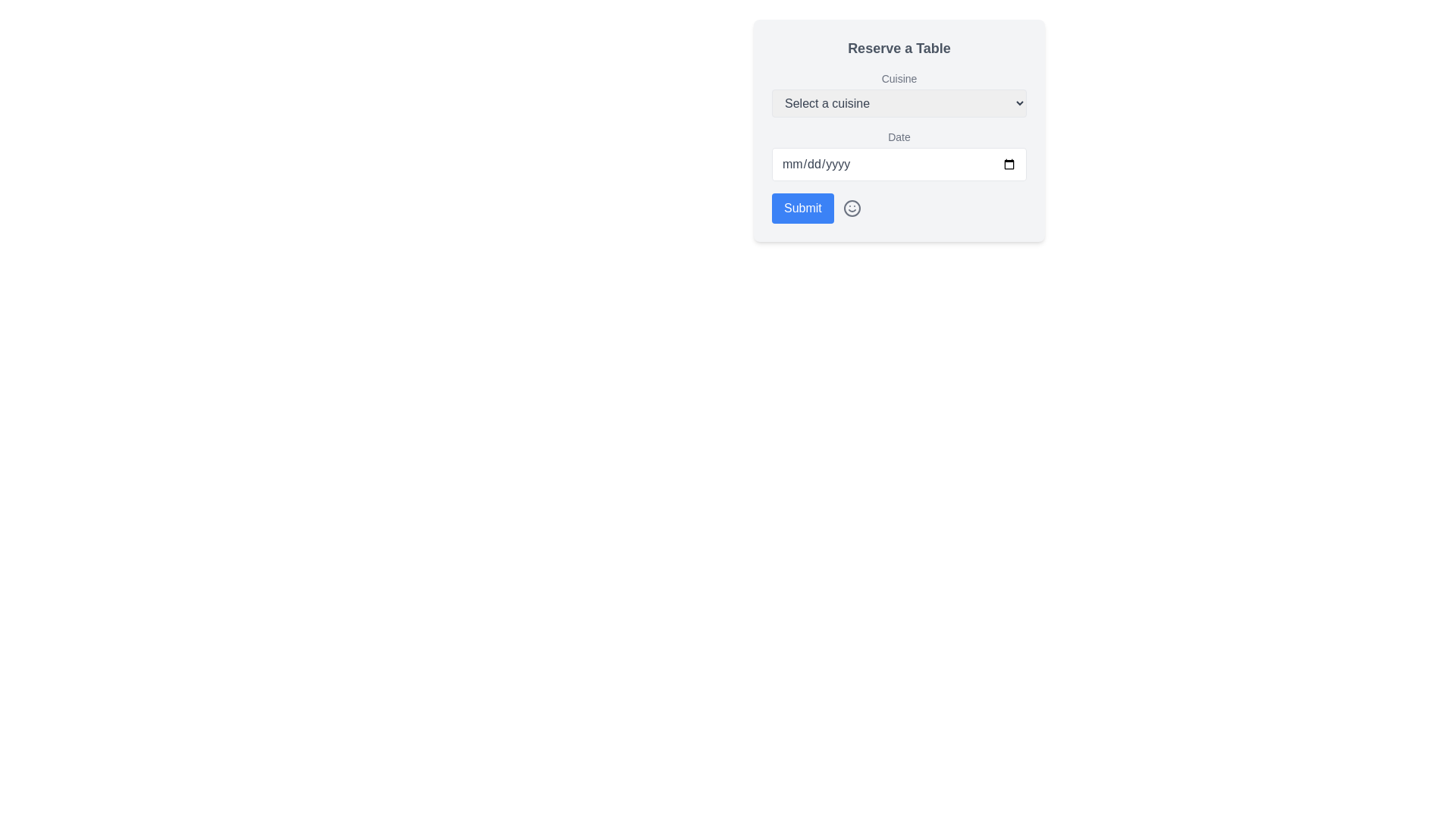 This screenshot has height=819, width=1456. Describe the element at coordinates (852, 208) in the screenshot. I see `the decorative SVG circle that is part of the smiley face graphic, located to the right of the 'Submit' button in a reservation form` at that location.